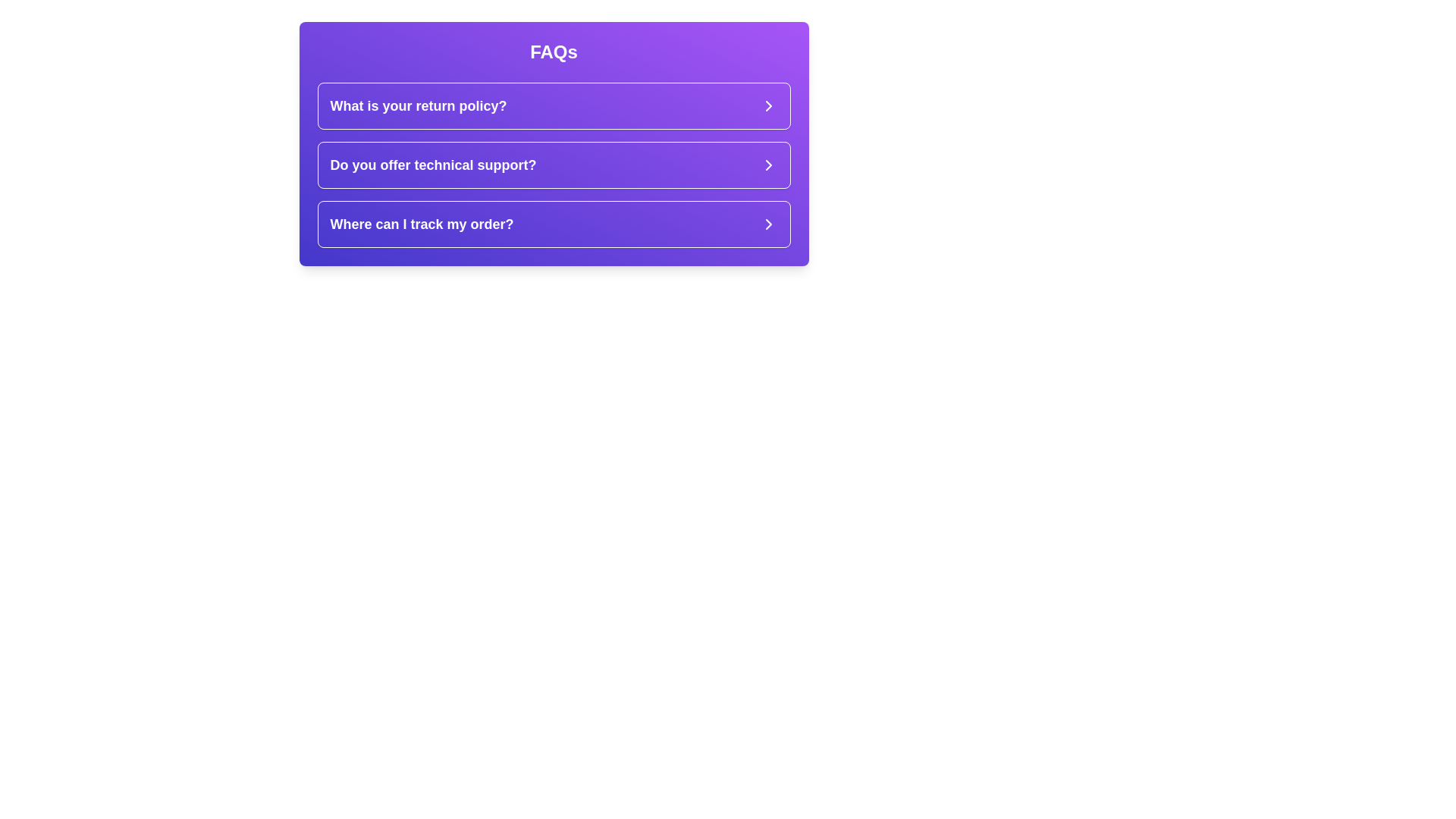 This screenshot has height=819, width=1456. What do you see at coordinates (553, 165) in the screenshot?
I see `the middle Collapsible item in the FAQ section` at bounding box center [553, 165].